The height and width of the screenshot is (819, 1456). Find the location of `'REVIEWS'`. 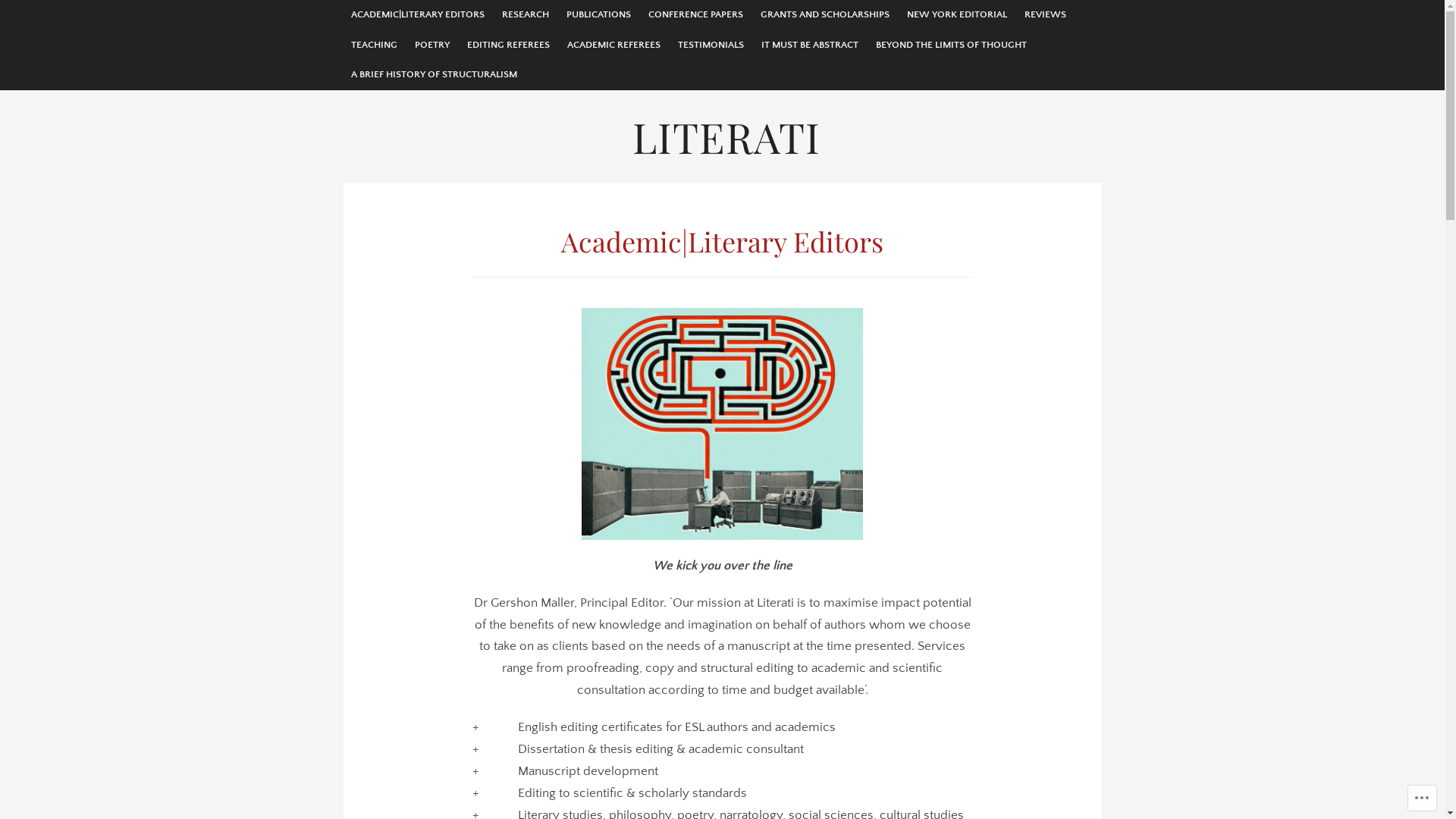

'REVIEWS' is located at coordinates (1043, 14).